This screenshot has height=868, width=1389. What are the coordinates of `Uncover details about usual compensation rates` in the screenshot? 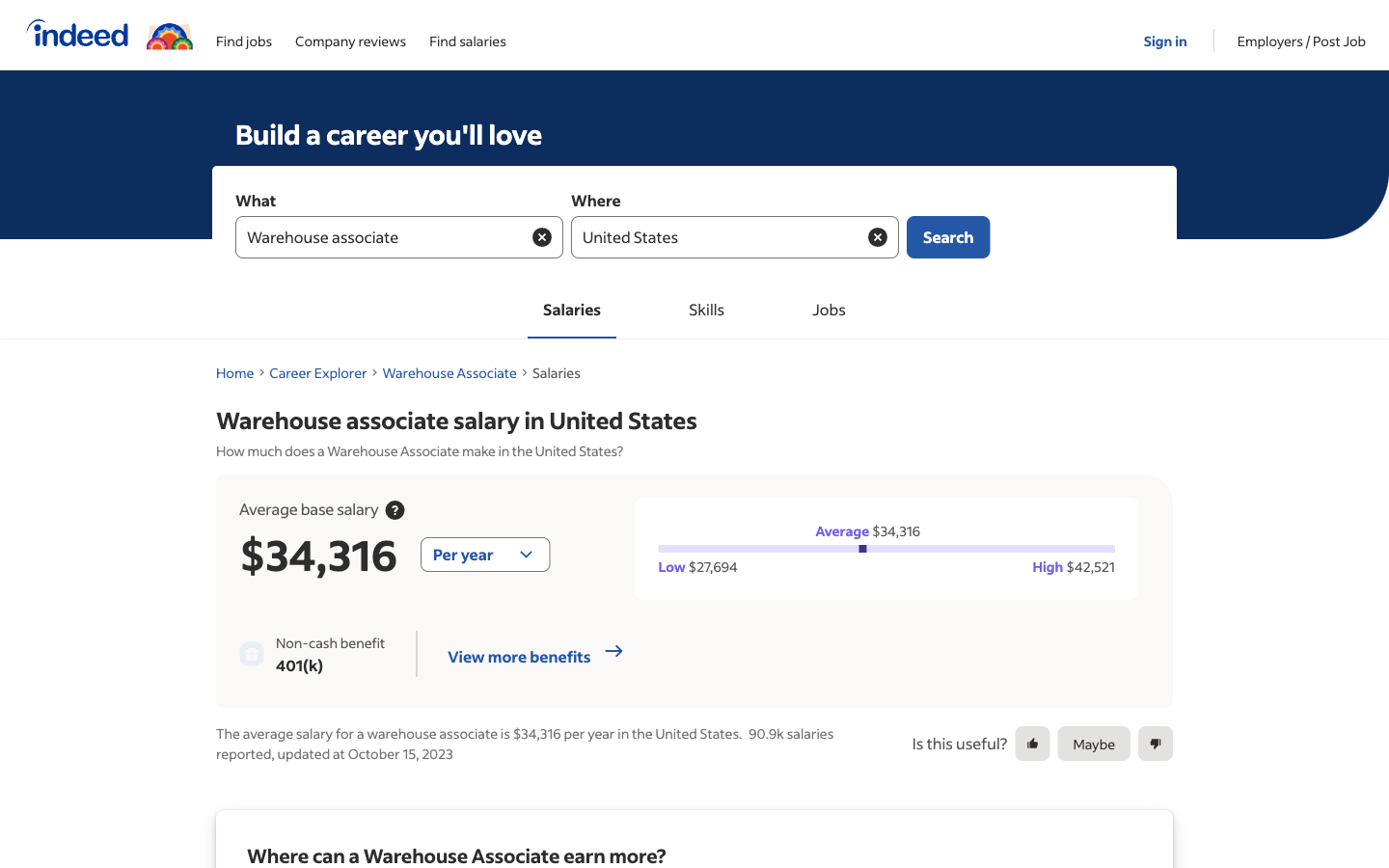 It's located at (393, 509).